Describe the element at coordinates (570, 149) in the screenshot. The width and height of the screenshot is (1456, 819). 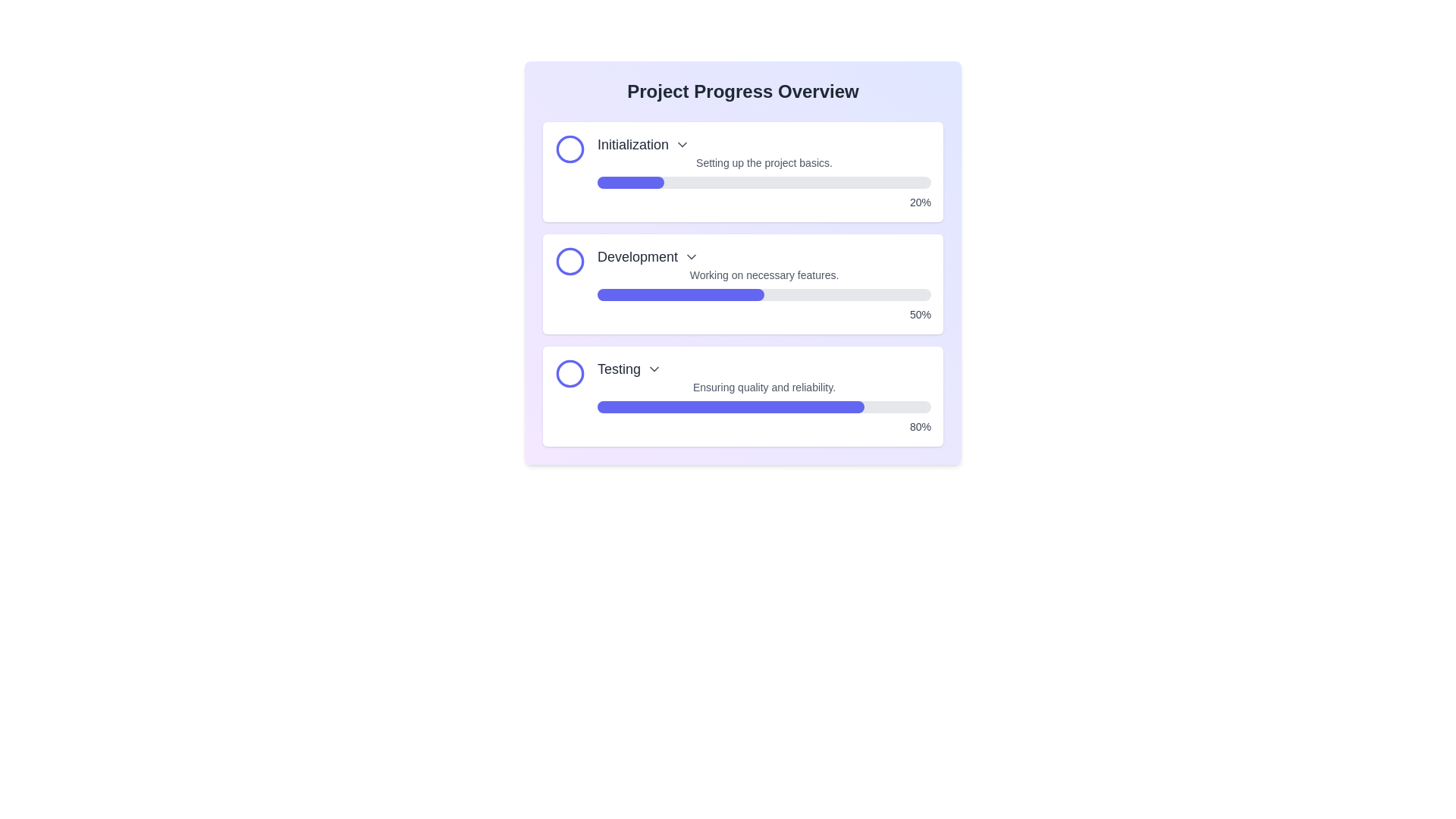
I see `the status indicator icon located in the top-left corner of the 'Initialization' section, which is positioned to the left of the 'Initialization' text and above the indigo-colored progress bar` at that location.